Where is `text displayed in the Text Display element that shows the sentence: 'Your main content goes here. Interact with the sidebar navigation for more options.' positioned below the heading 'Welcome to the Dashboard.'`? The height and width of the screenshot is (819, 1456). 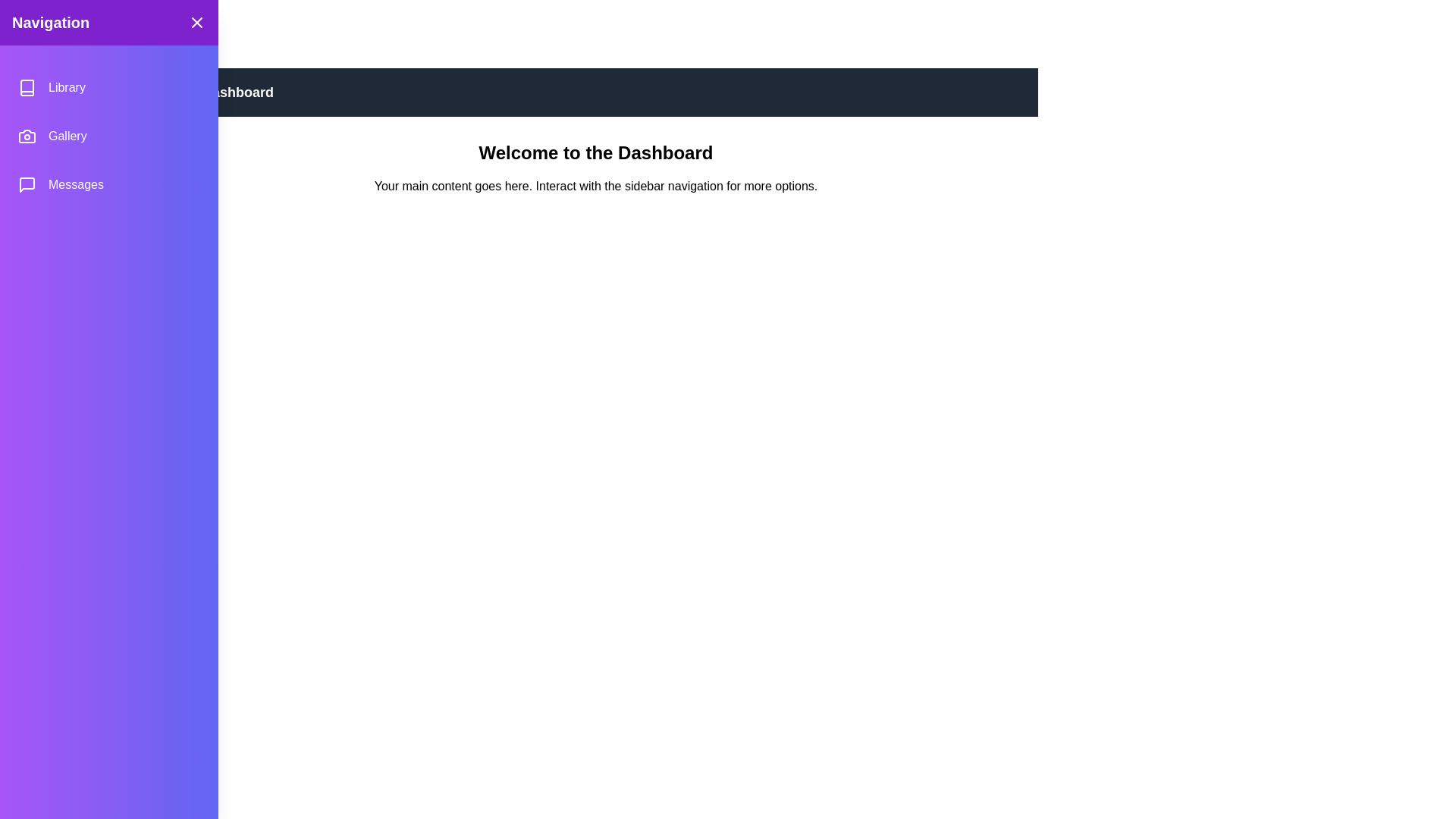 text displayed in the Text Display element that shows the sentence: 'Your main content goes here. Interact with the sidebar navigation for more options.' positioned below the heading 'Welcome to the Dashboard.' is located at coordinates (595, 186).